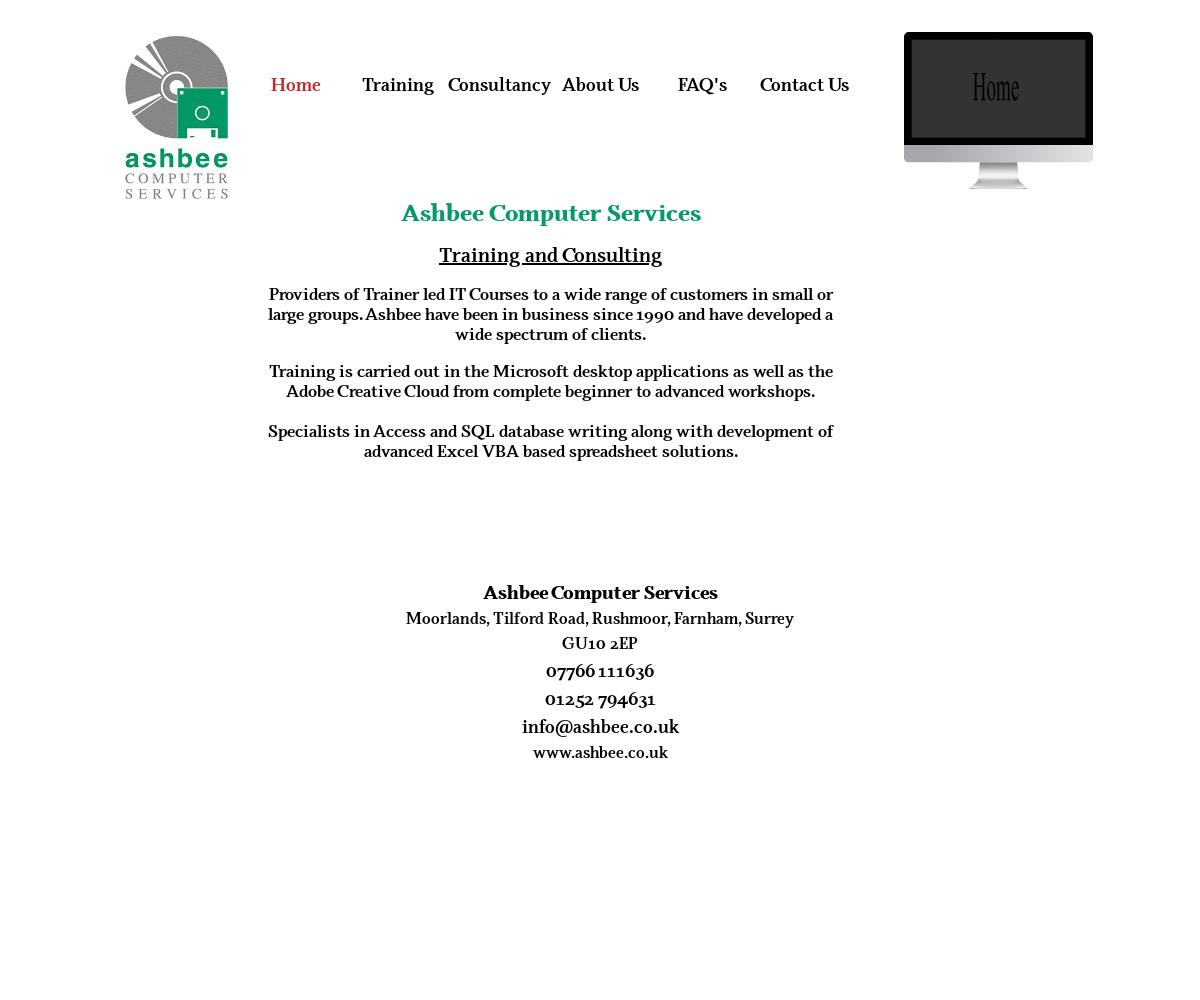 This screenshot has width=1200, height=1000. What do you see at coordinates (600, 670) in the screenshot?
I see `'07766 111636'` at bounding box center [600, 670].